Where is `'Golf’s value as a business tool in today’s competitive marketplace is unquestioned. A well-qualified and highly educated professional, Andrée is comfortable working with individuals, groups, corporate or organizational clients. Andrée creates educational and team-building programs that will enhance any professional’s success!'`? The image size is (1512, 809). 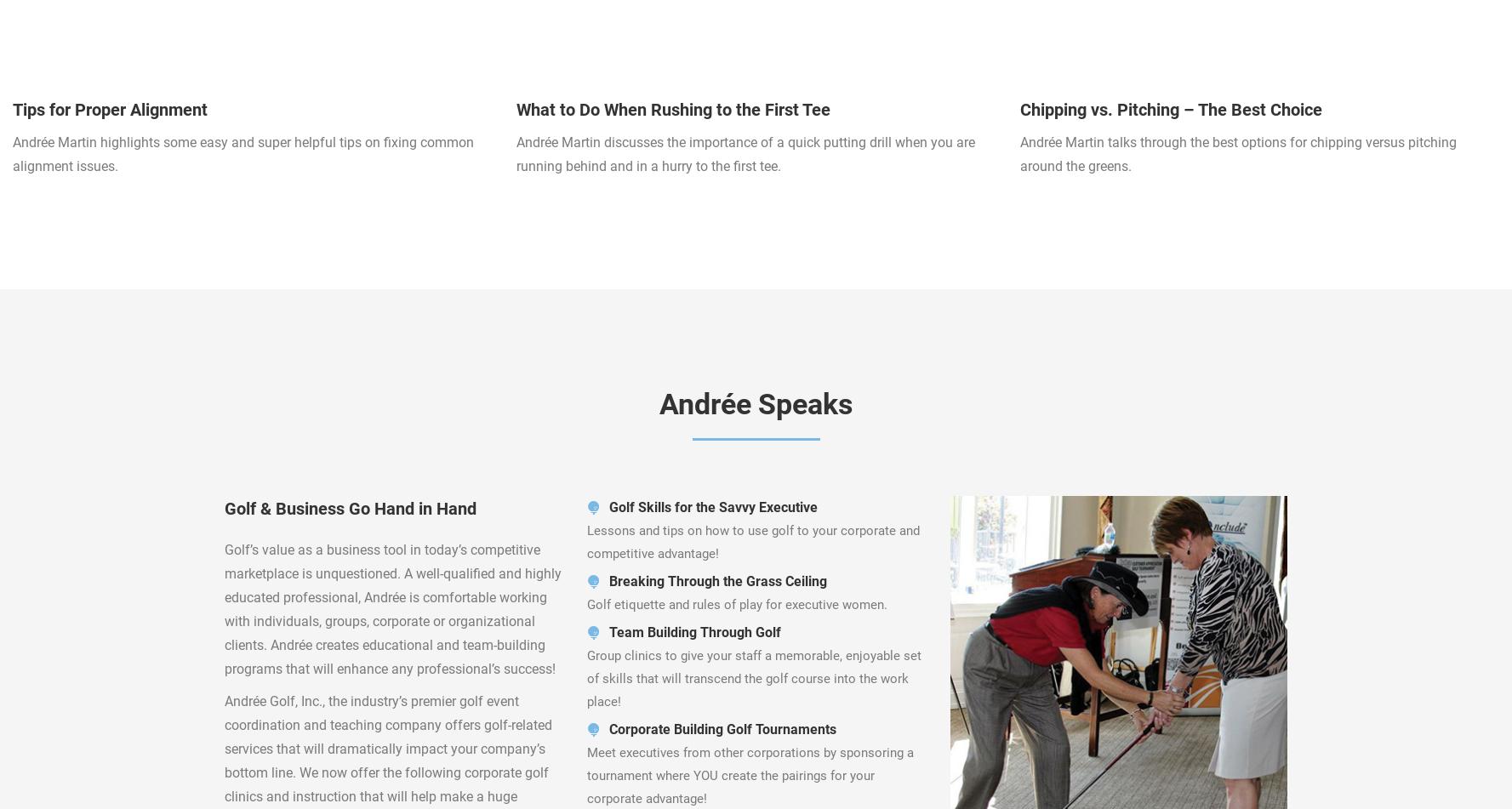 'Golf’s value as a business tool in today’s competitive marketplace is unquestioned. A well-qualified and highly educated professional, Andrée is comfortable working with individuals, groups, corporate or organizational clients. Andrée creates educational and team-building programs that will enhance any professional’s success!' is located at coordinates (391, 608).